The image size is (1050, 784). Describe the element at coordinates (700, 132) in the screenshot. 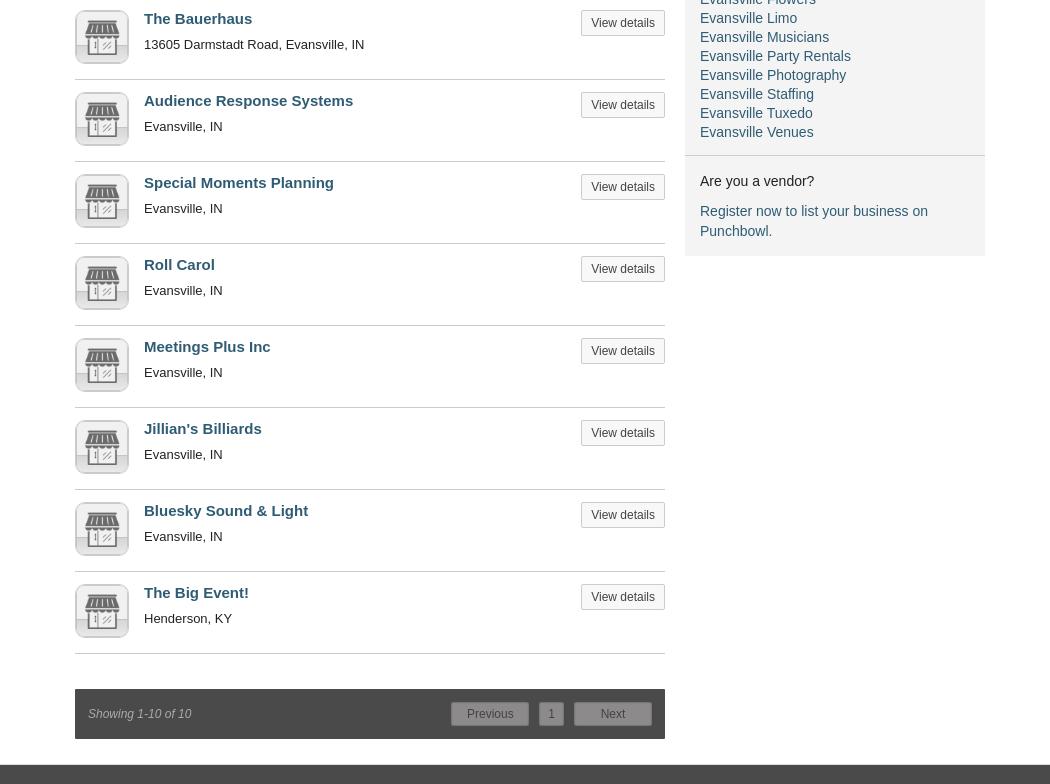

I see `'Evansville Venues'` at that location.